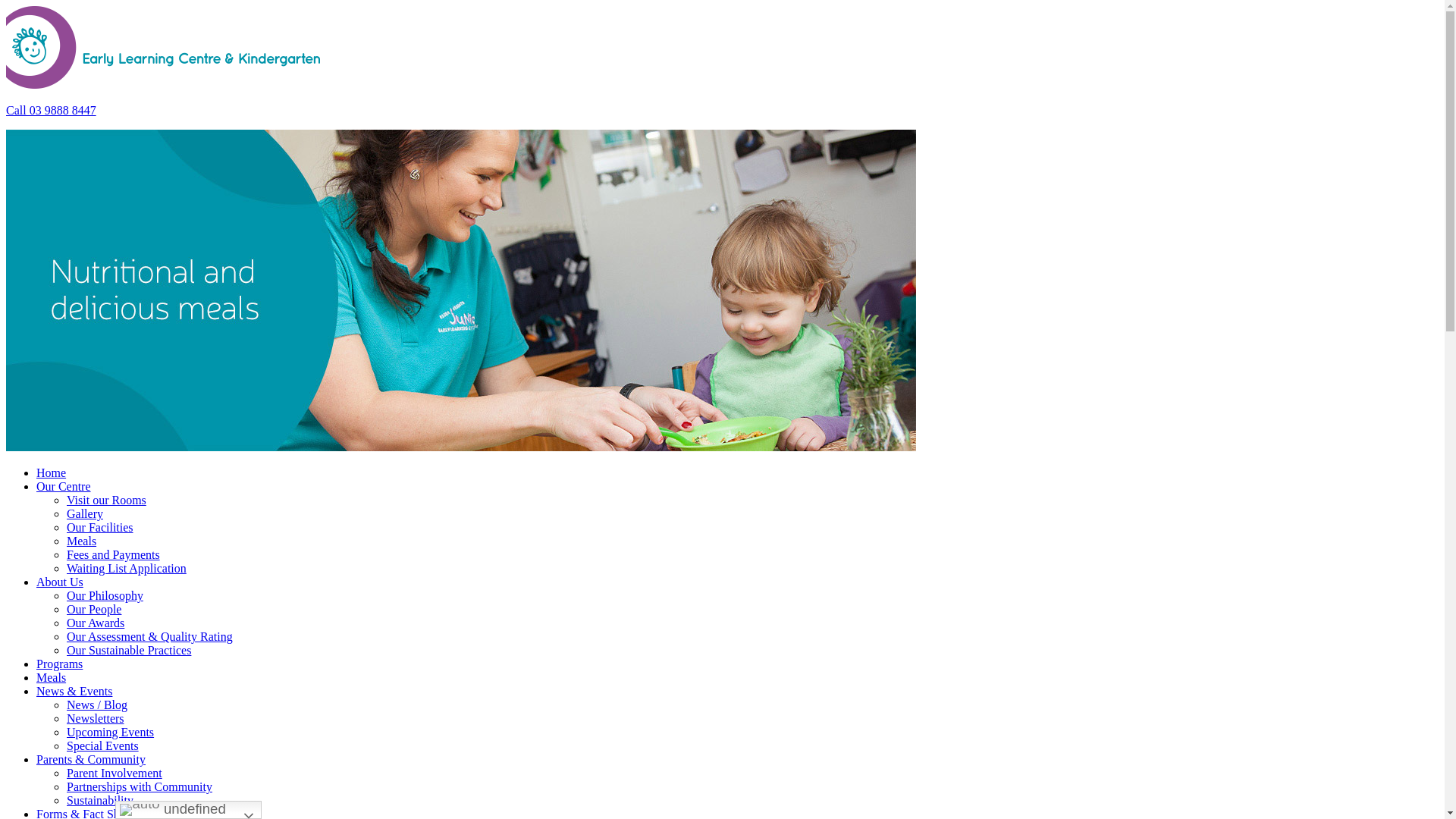 Image resolution: width=1456 pixels, height=819 pixels. What do you see at coordinates (59, 663) in the screenshot?
I see `'Programs'` at bounding box center [59, 663].